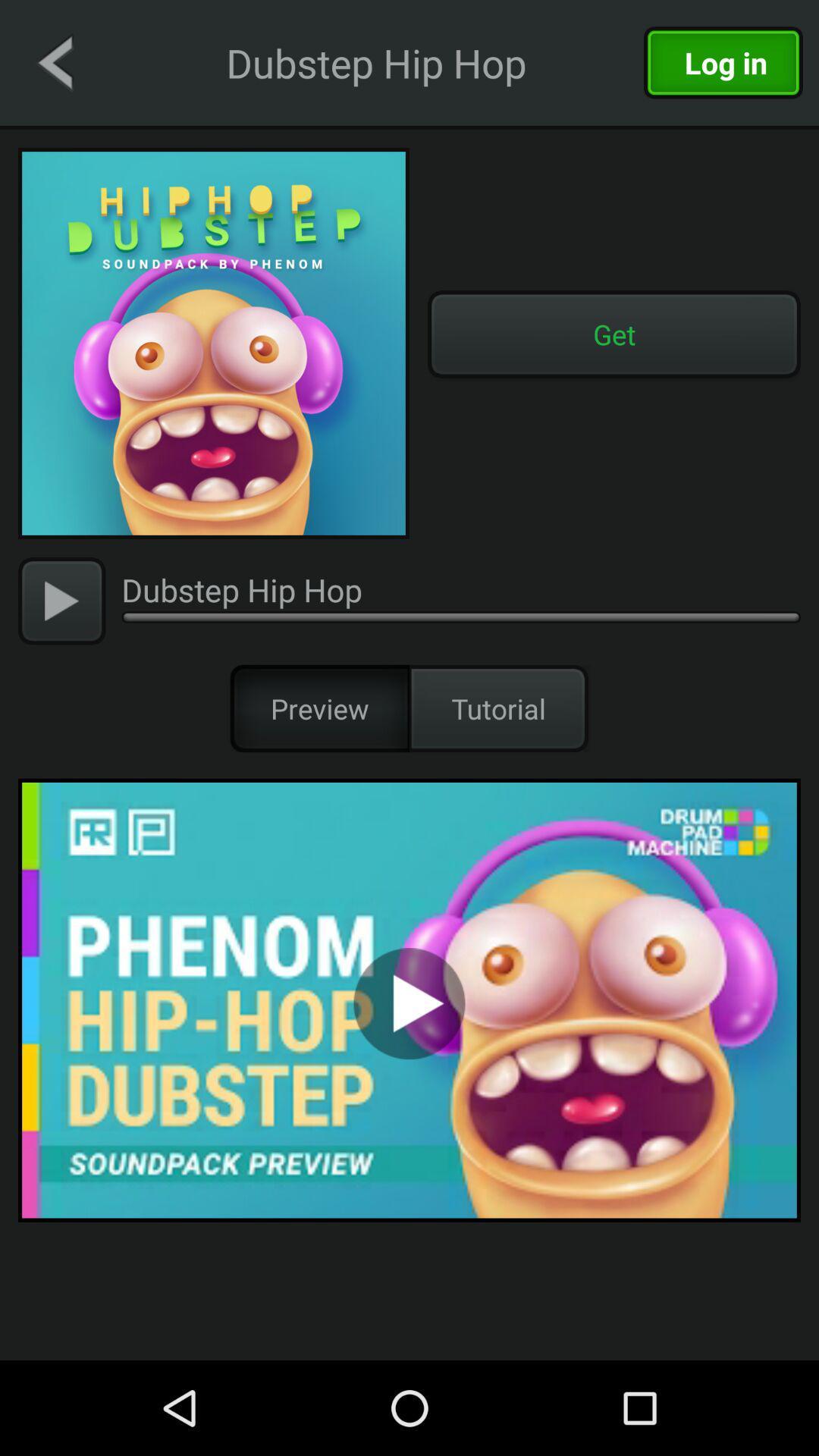 The width and height of the screenshot is (819, 1456). Describe the element at coordinates (409, 1000) in the screenshot. I see `tab to play select to play album` at that location.